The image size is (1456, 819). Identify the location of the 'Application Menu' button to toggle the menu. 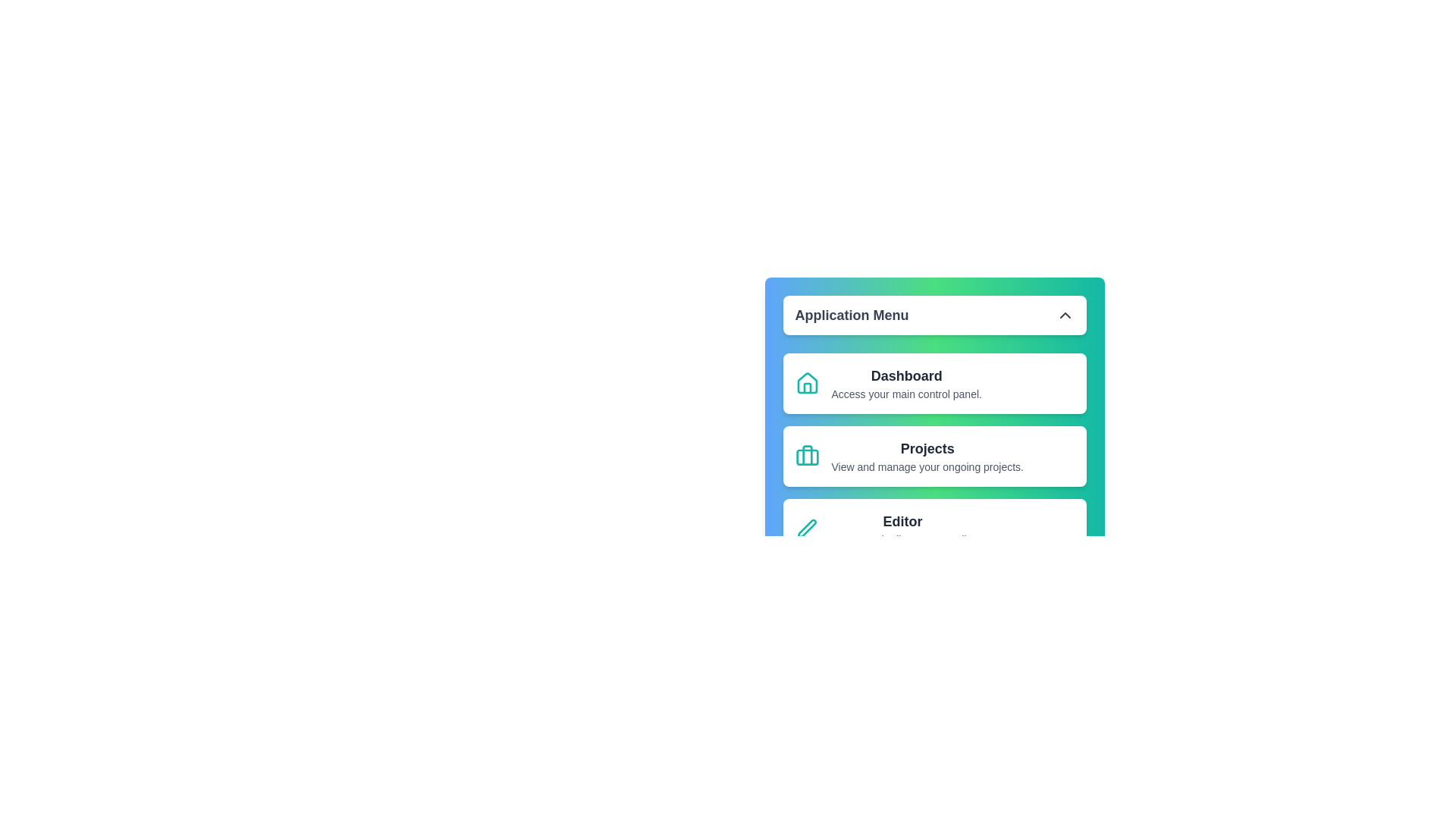
(934, 315).